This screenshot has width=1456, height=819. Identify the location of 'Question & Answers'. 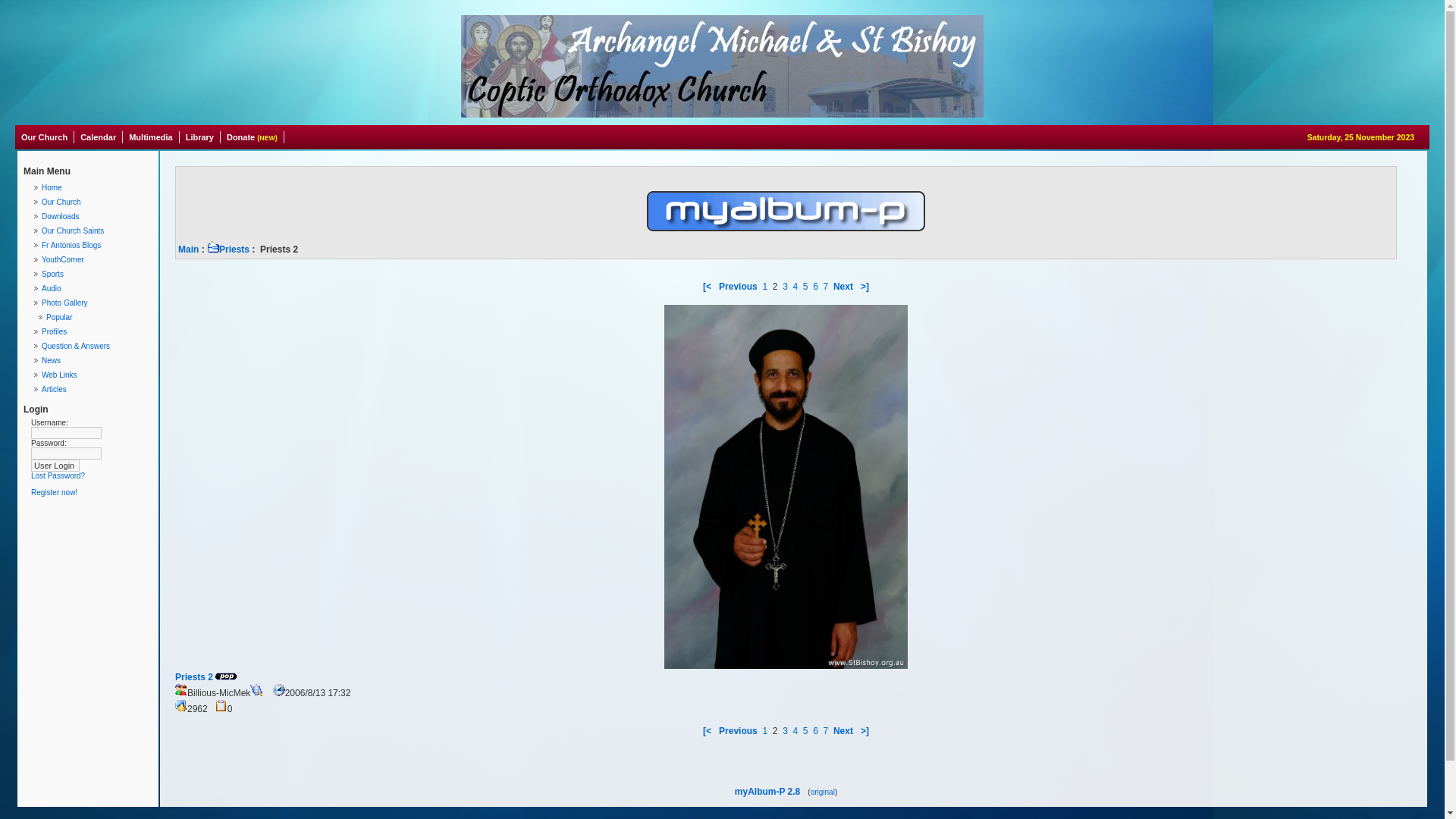
(90, 346).